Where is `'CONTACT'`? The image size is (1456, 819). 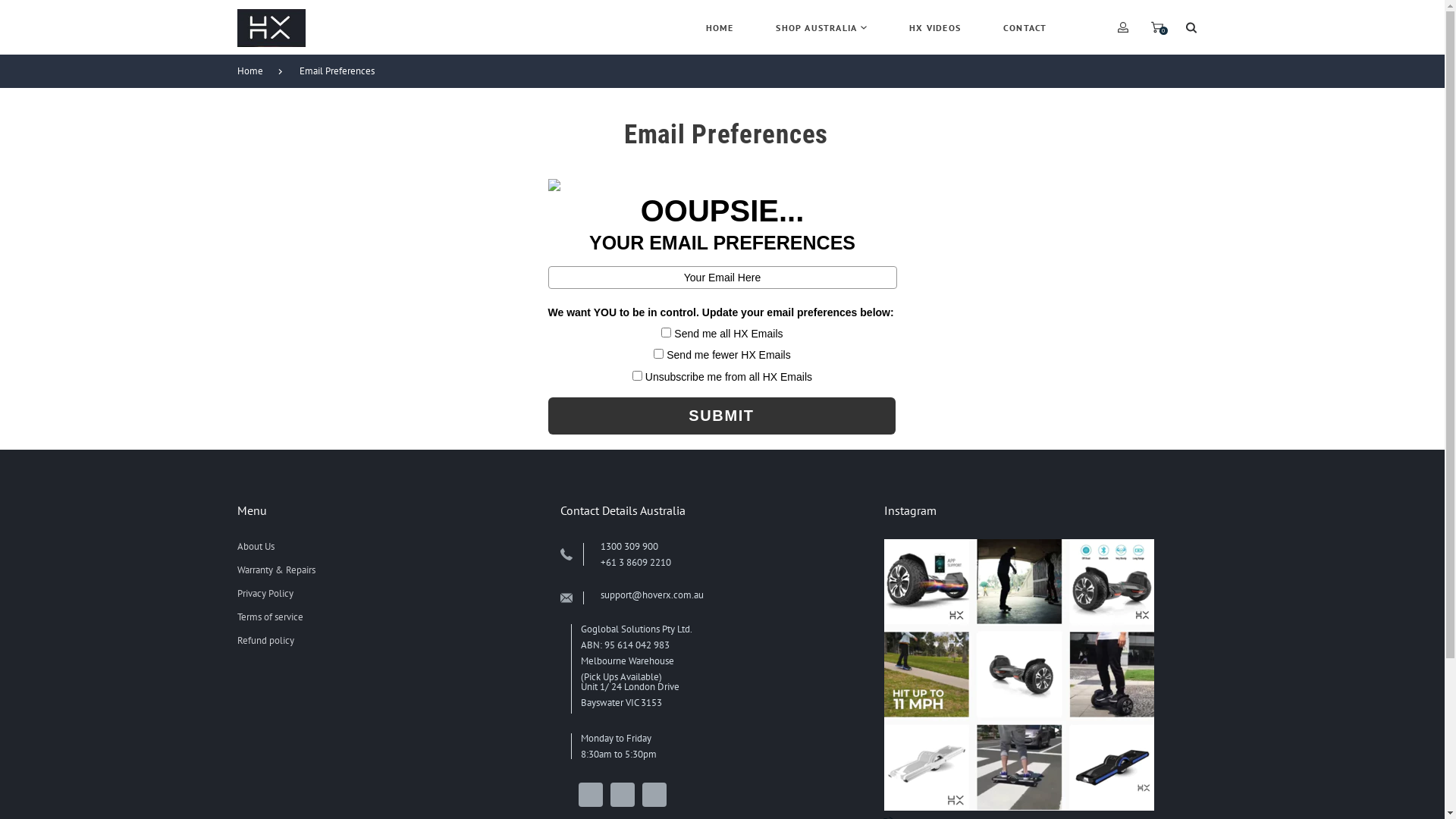 'CONTACT' is located at coordinates (1025, 27).